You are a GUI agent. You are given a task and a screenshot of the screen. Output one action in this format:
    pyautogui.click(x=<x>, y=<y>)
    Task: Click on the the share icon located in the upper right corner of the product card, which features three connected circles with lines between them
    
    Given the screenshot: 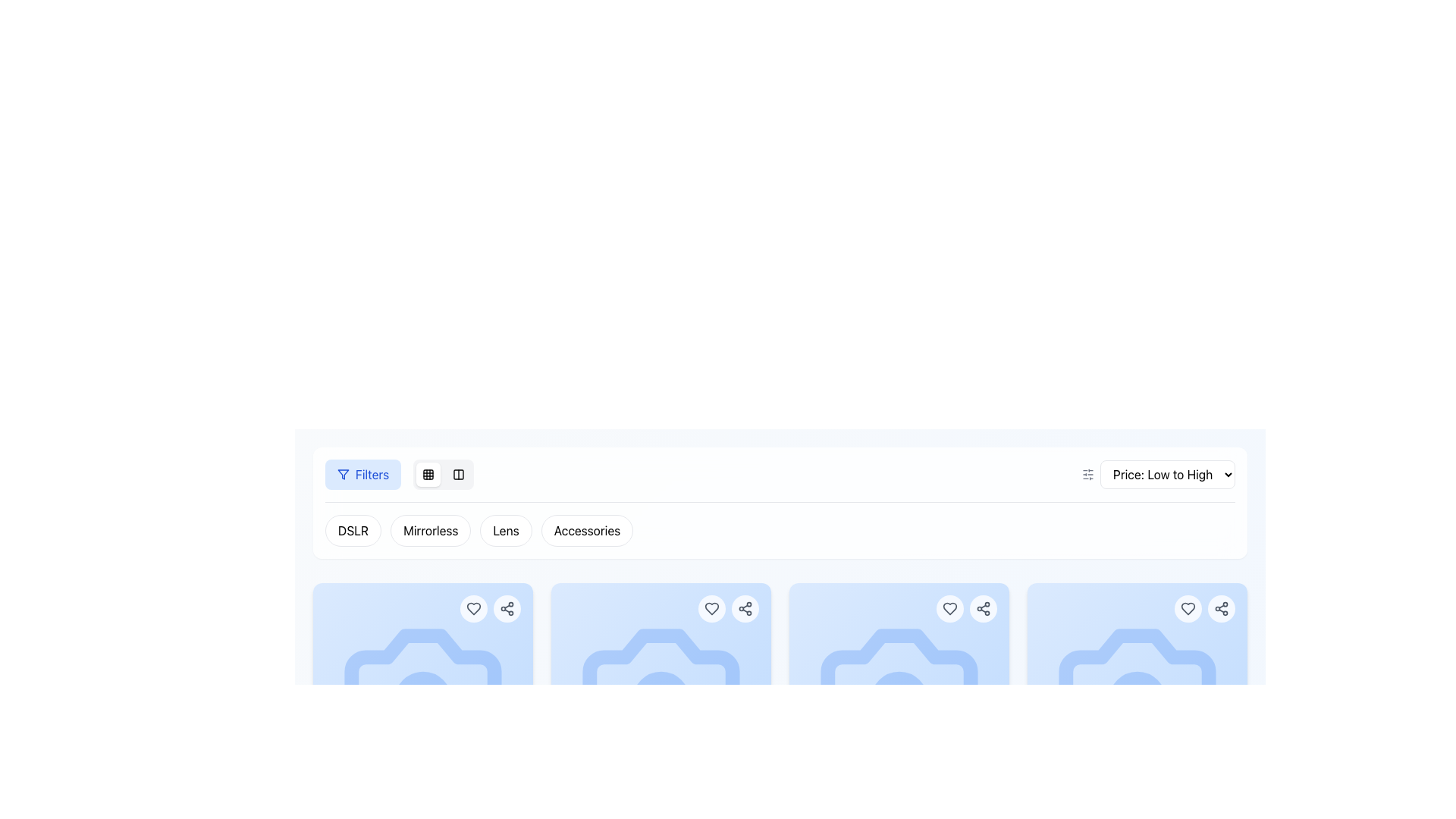 What is the action you would take?
    pyautogui.click(x=983, y=607)
    